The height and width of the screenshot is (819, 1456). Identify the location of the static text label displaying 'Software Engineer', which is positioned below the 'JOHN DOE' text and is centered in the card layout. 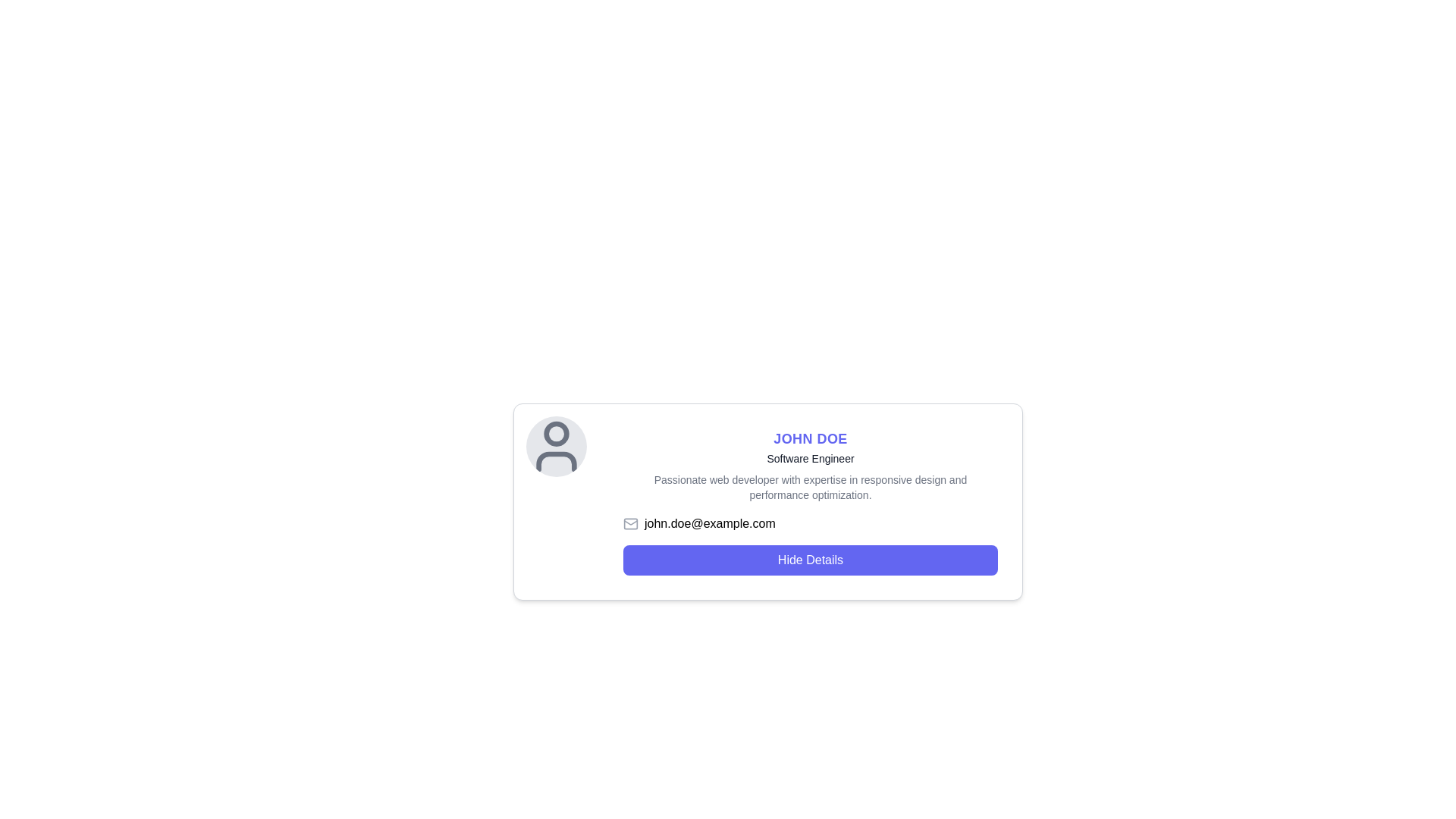
(810, 458).